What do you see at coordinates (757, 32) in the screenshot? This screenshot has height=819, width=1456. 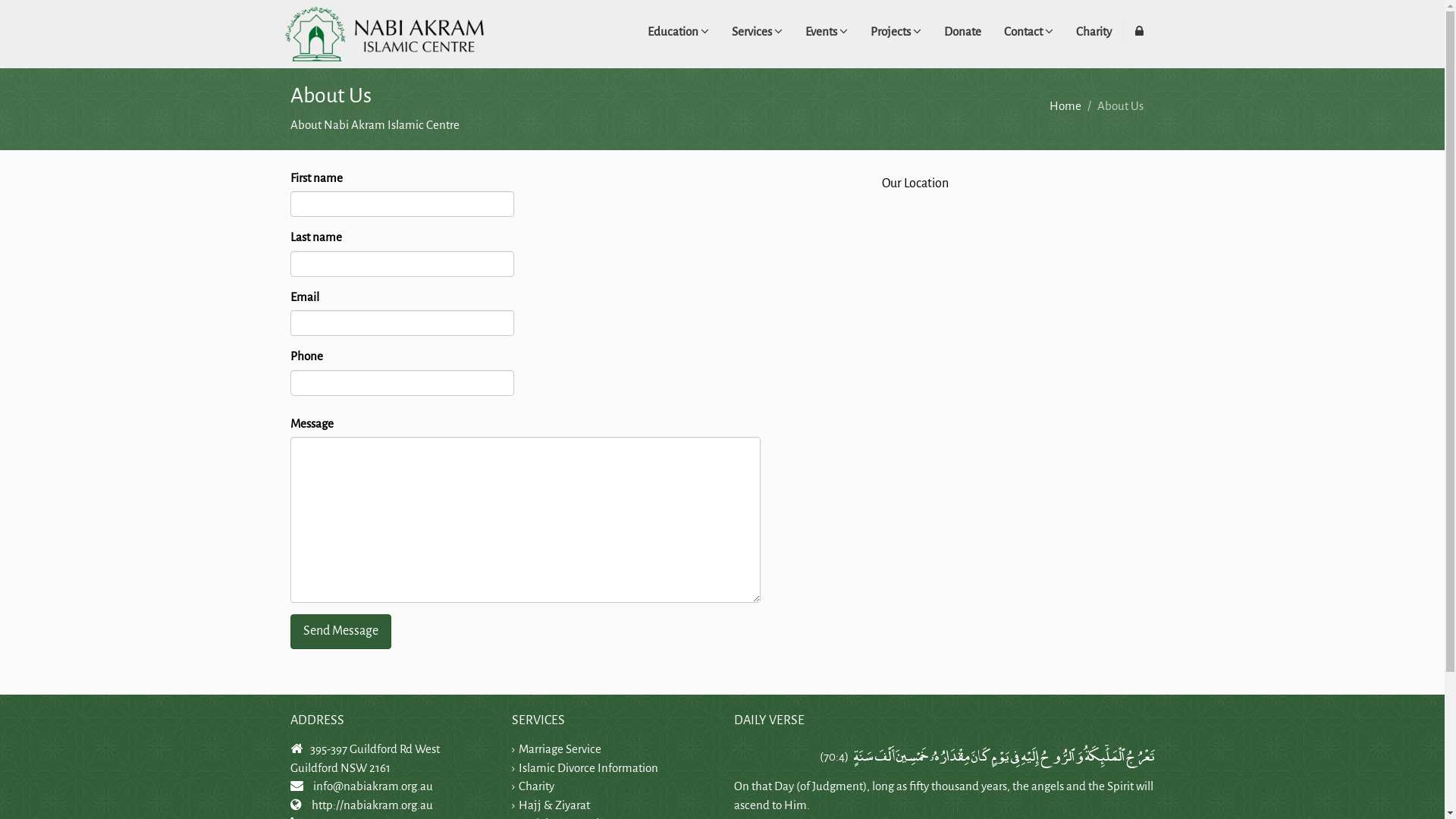 I see `'Services'` at bounding box center [757, 32].